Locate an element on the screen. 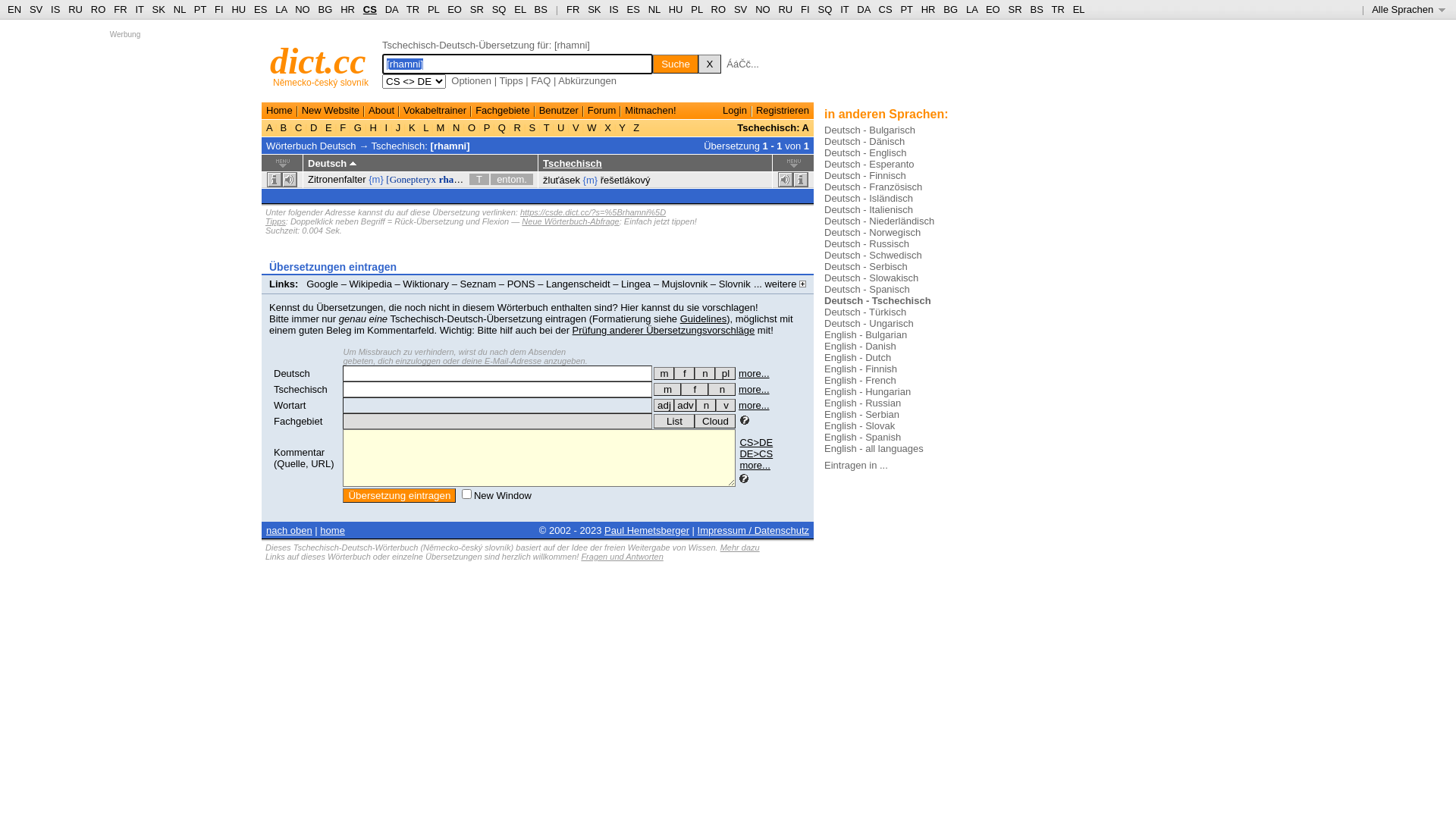 The width and height of the screenshot is (1456, 819). 'T' is located at coordinates (479, 178).